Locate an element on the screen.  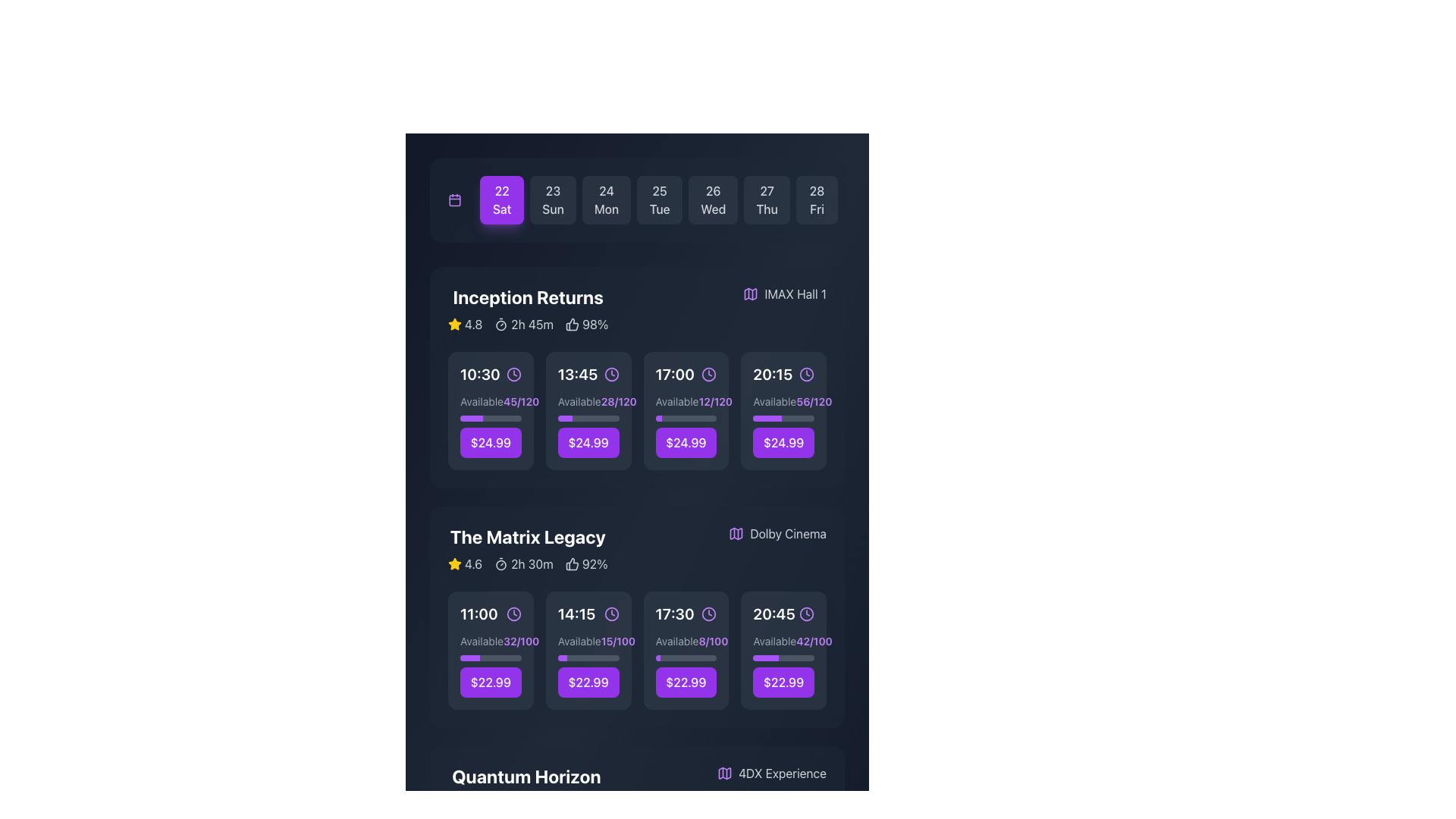
the displayed text 'Select Seats' on the text label with a white font on a purple background, which is centrally positioned within a button-like area is located at coordinates (595, 649).